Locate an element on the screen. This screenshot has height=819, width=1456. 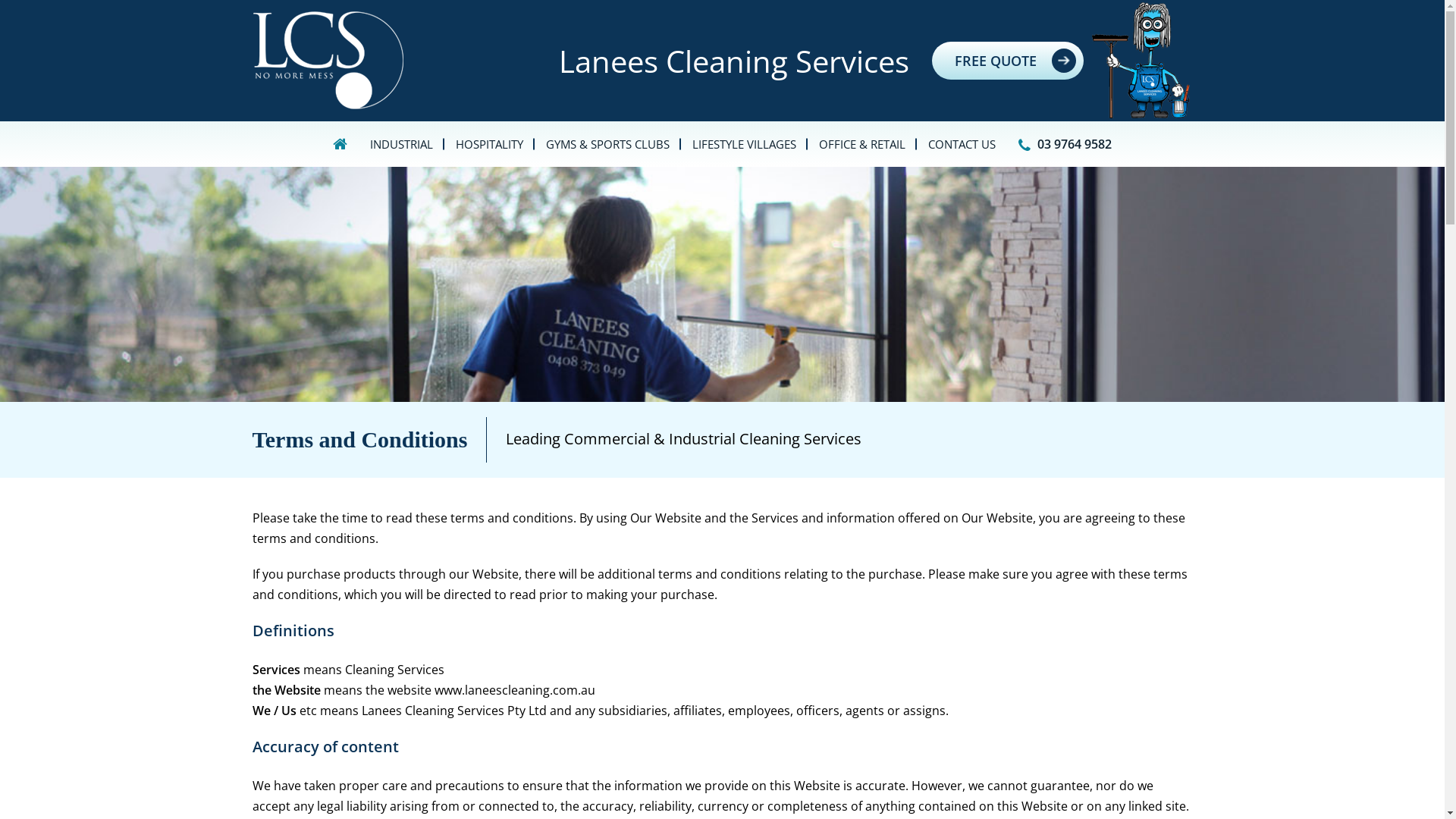
'CONTACT US' is located at coordinates (961, 143).